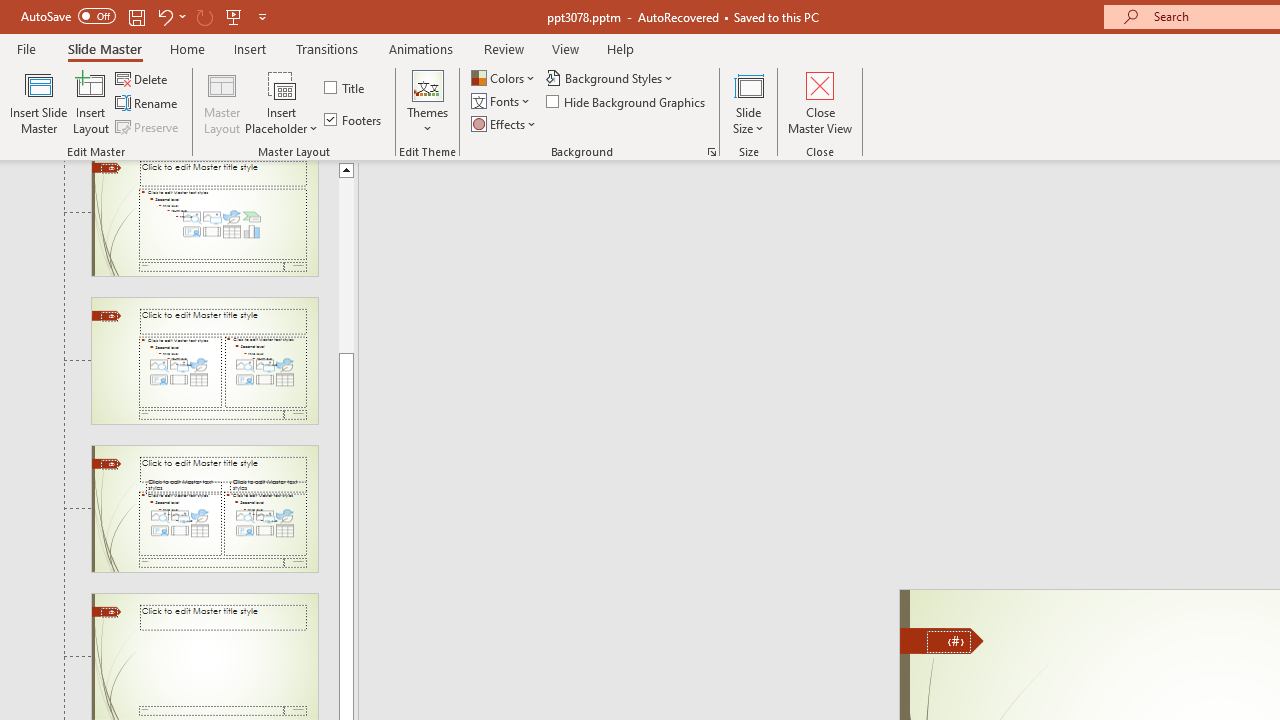 The image size is (1280, 720). What do you see at coordinates (503, 48) in the screenshot?
I see `'Review'` at bounding box center [503, 48].